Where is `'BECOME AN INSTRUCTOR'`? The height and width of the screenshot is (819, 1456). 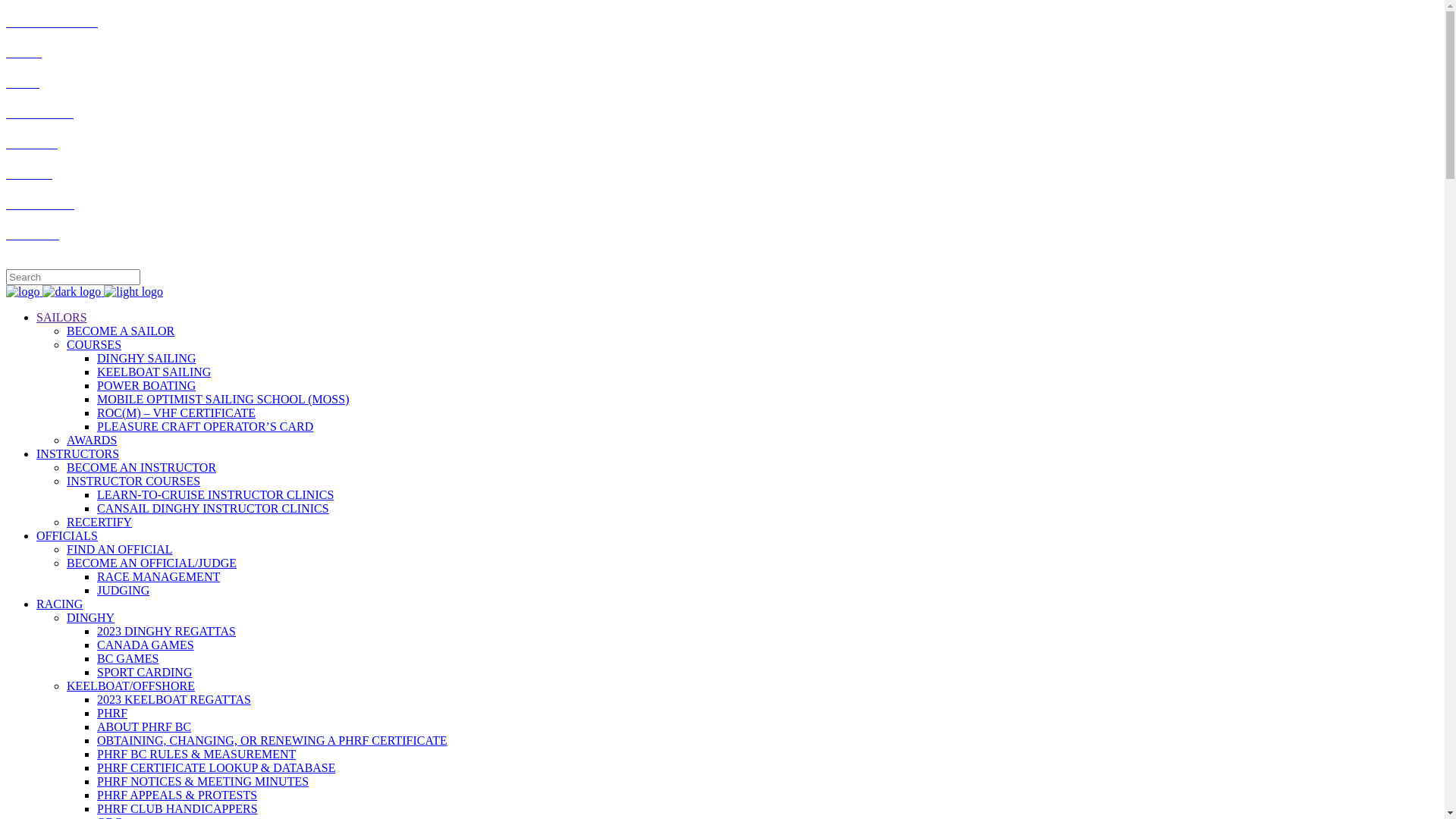 'BECOME AN INSTRUCTOR' is located at coordinates (141, 466).